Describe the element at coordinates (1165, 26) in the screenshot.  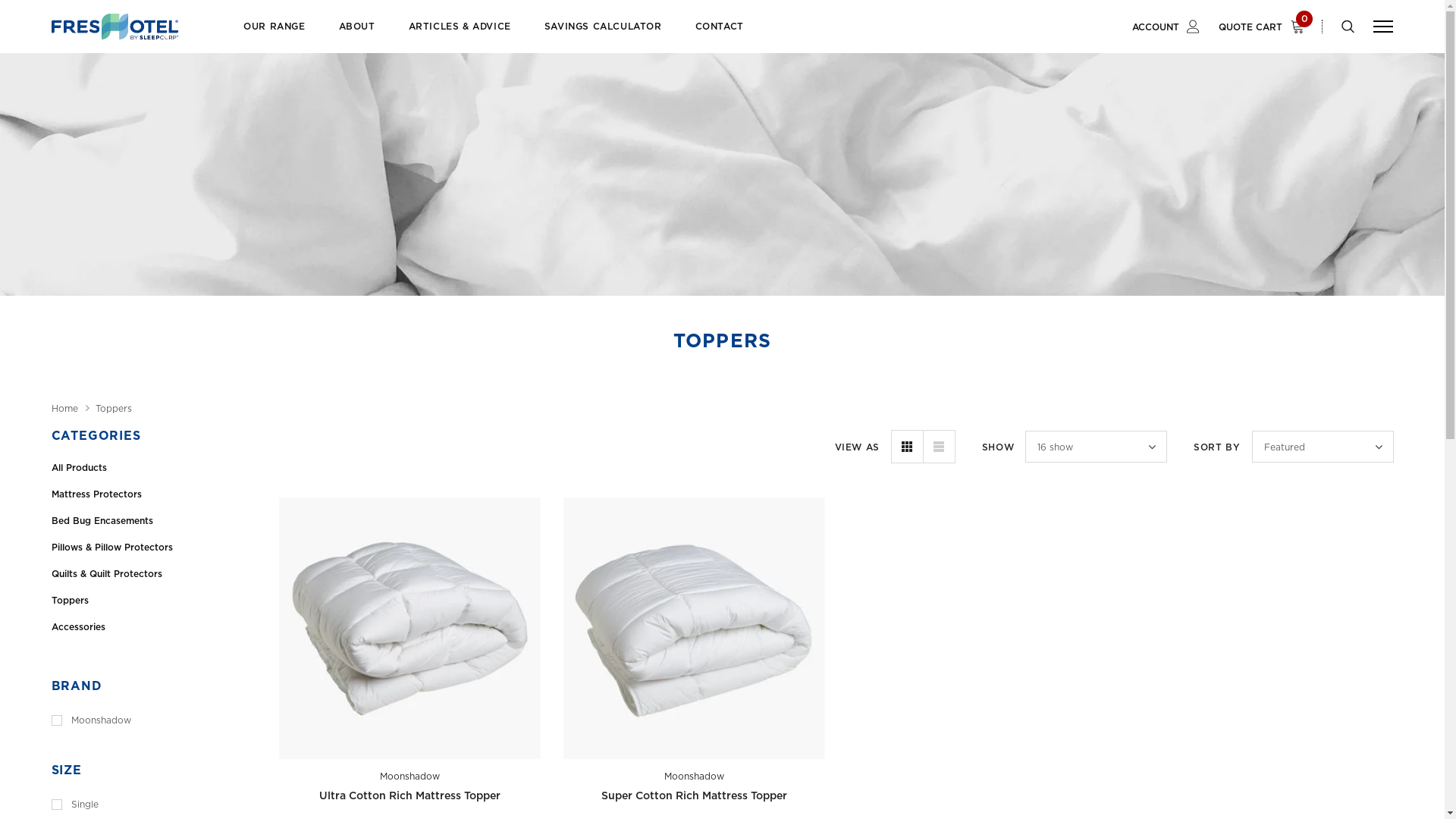
I see `'ACCOUNT'` at that location.